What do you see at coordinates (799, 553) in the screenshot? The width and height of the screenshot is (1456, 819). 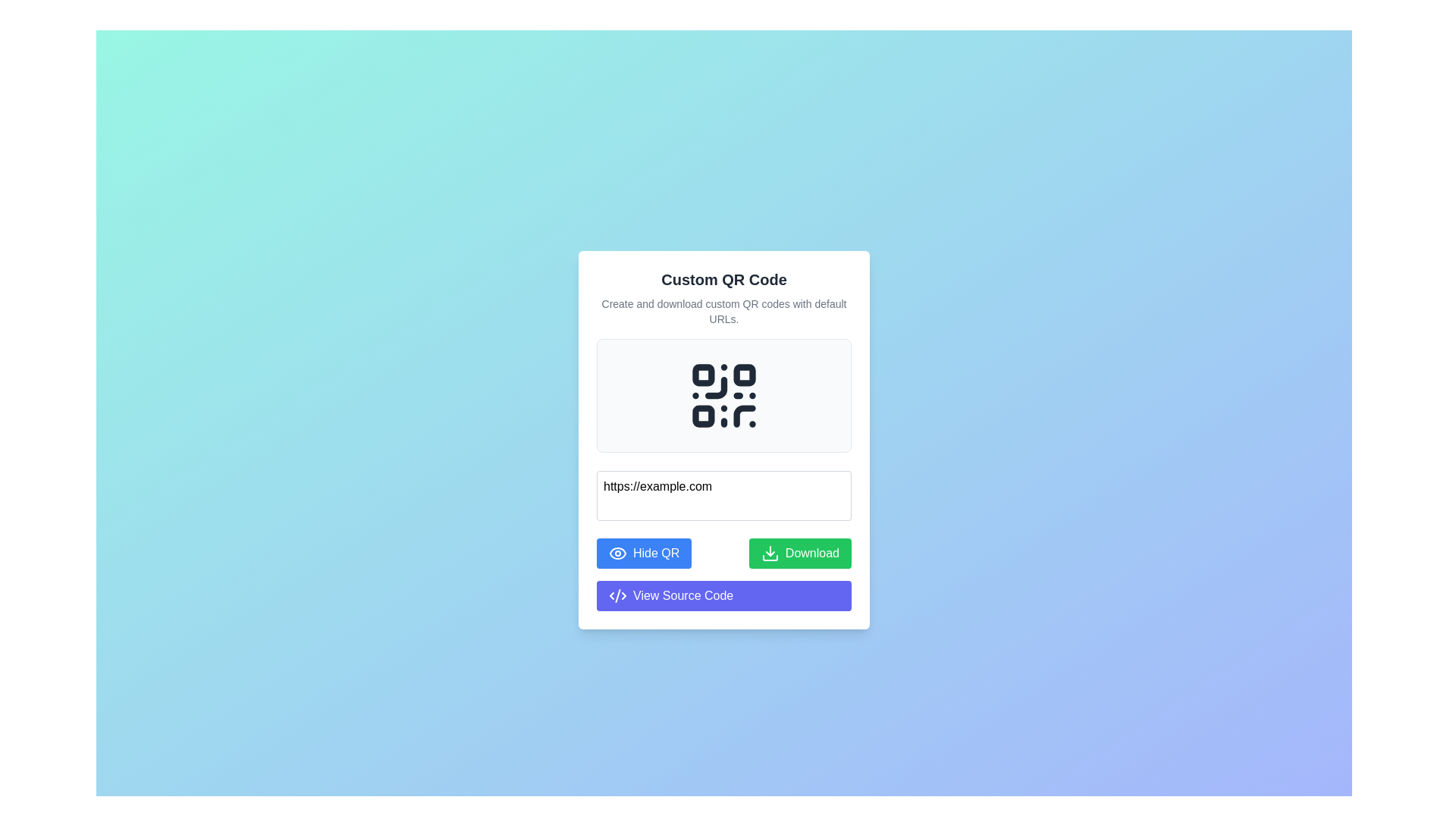 I see `the green 'Download' button with rounded corners to initiate the download` at bounding box center [799, 553].